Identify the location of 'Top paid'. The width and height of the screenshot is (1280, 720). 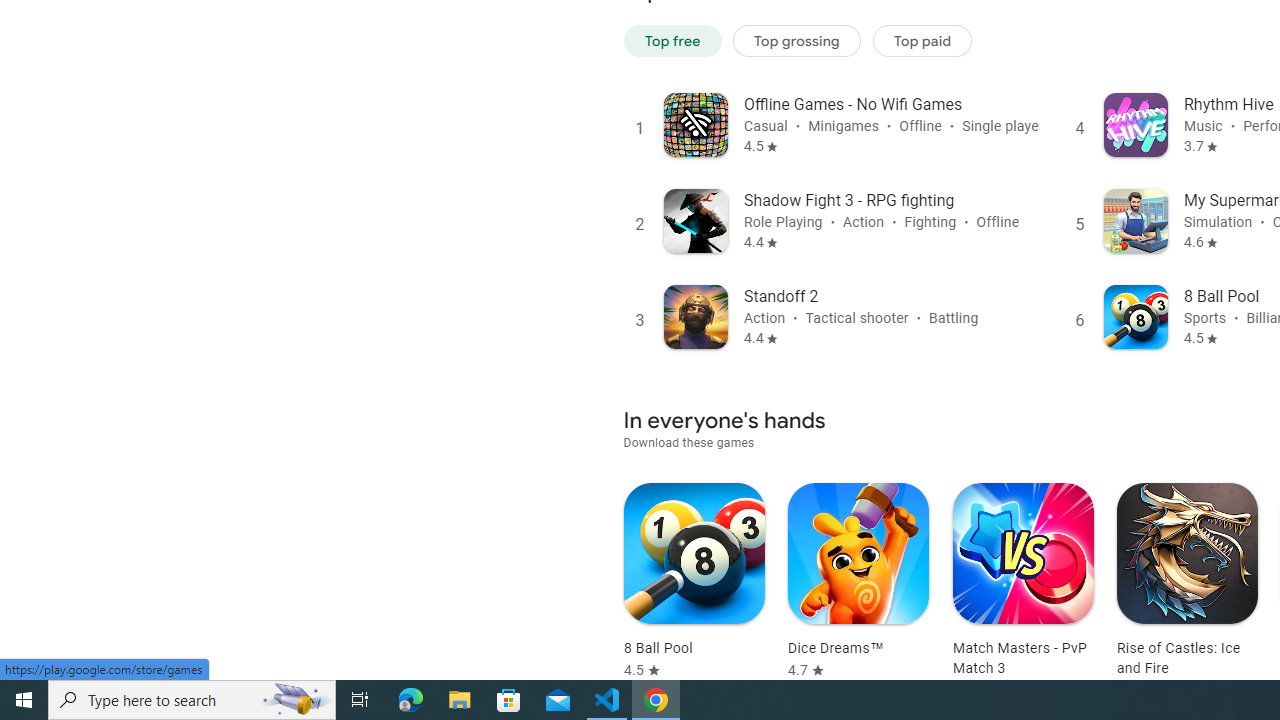
(921, 40).